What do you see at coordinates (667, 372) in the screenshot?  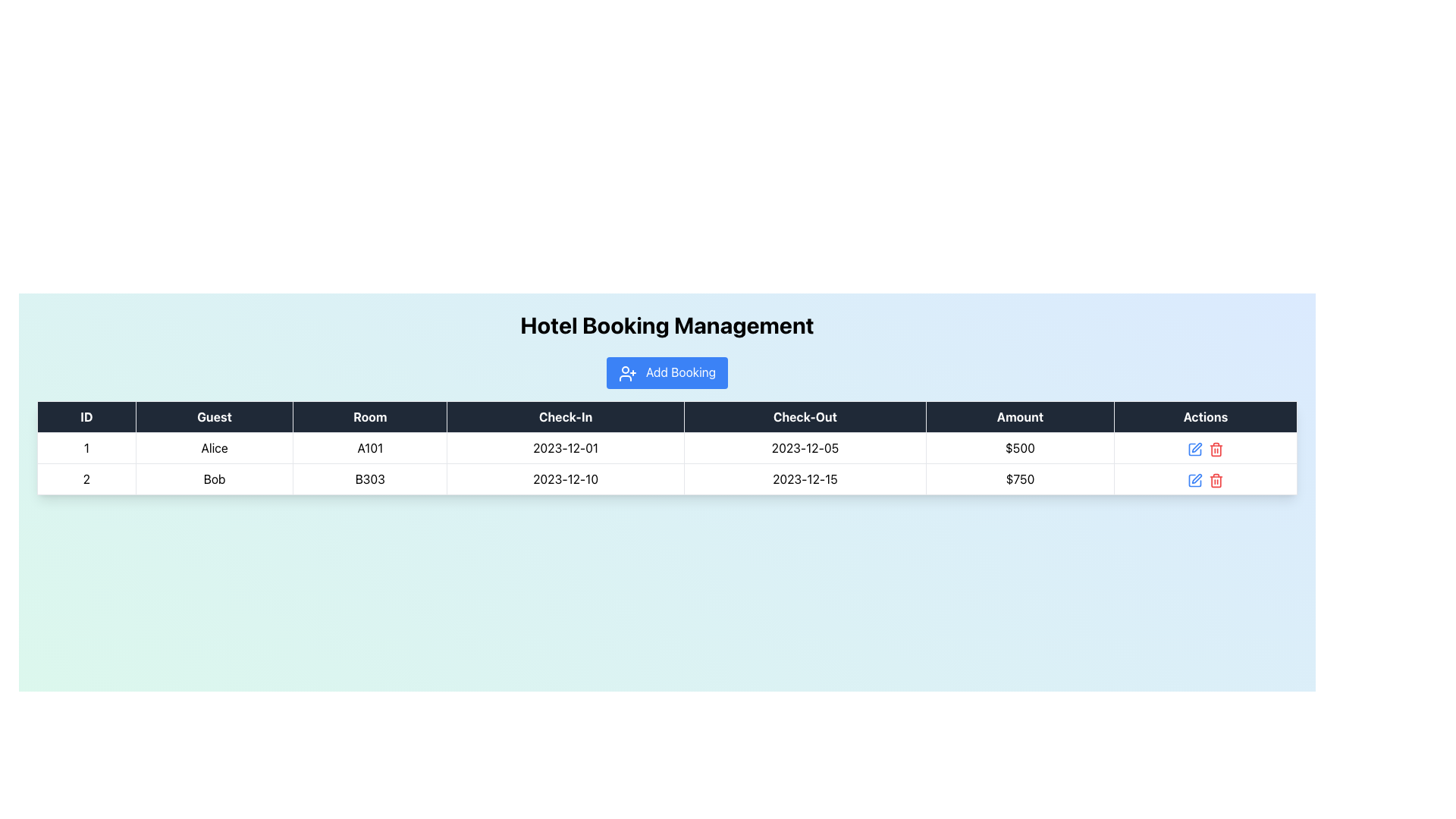 I see `the prominent blue button labeled 'Add Booking' with a user-plus icon` at bounding box center [667, 372].